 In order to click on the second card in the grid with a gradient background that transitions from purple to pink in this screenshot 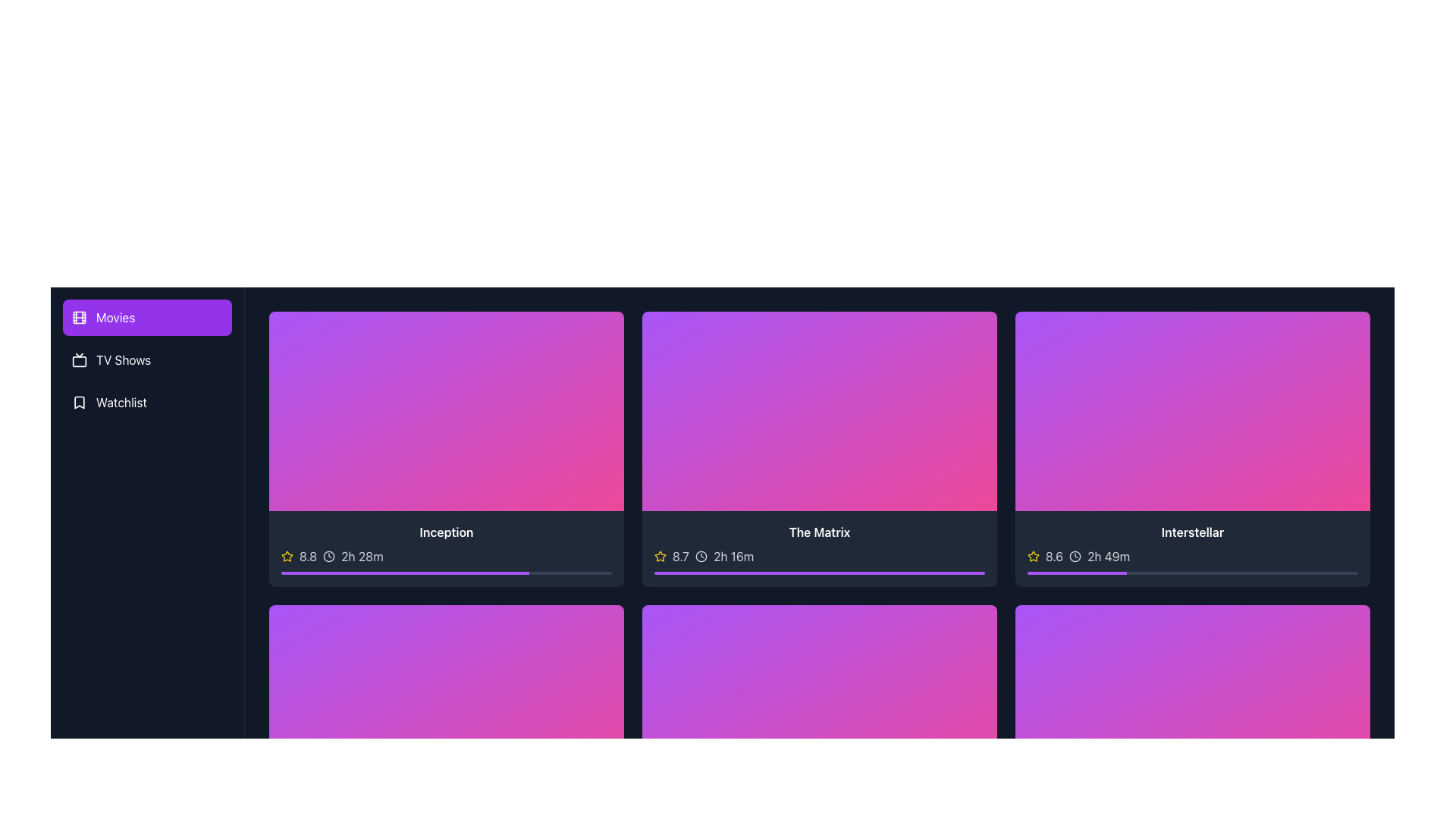, I will do `click(818, 447)`.